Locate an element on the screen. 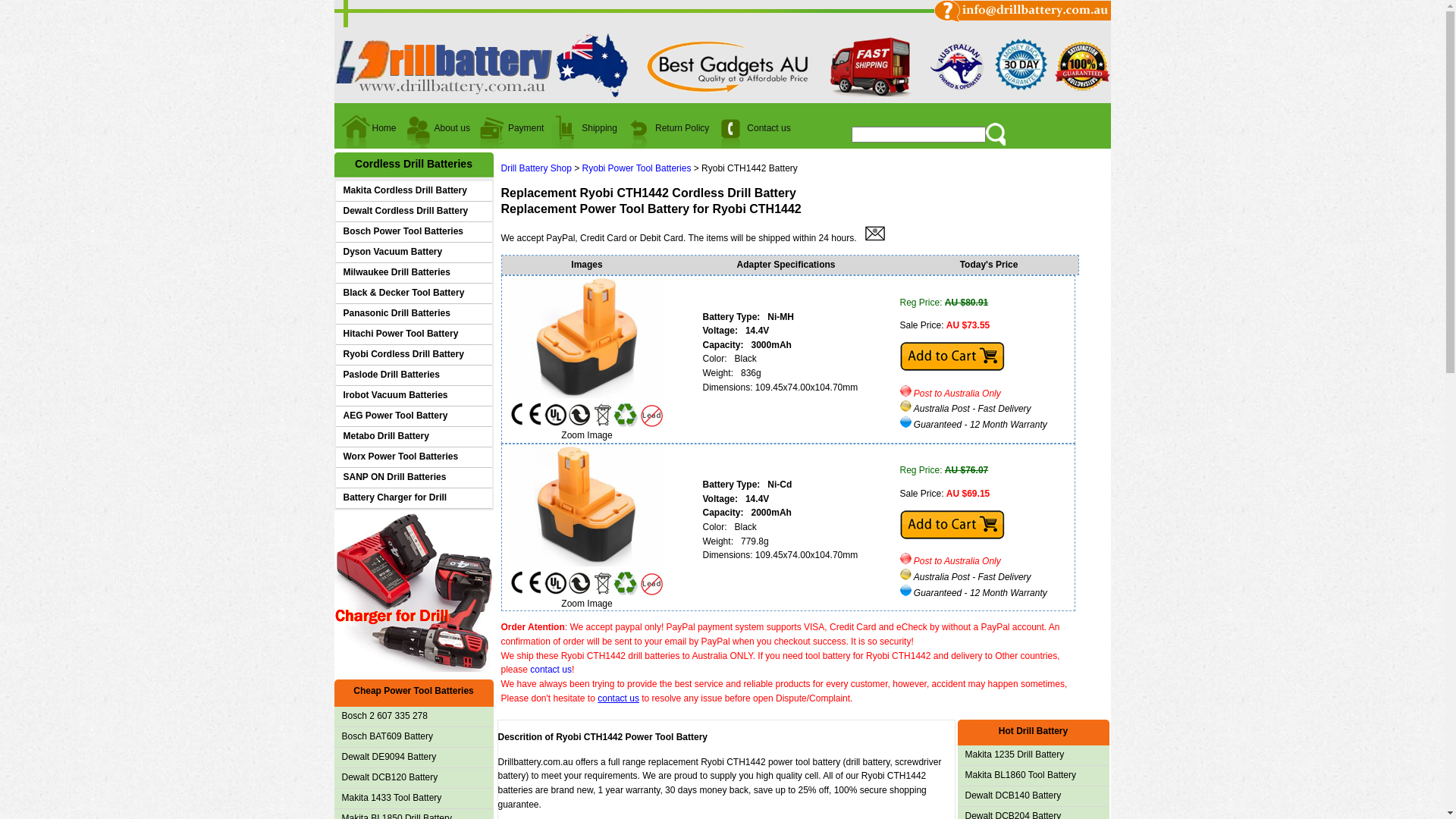 The width and height of the screenshot is (1456, 819). 'Dewalt DCB140 Battery' is located at coordinates (1032, 795).